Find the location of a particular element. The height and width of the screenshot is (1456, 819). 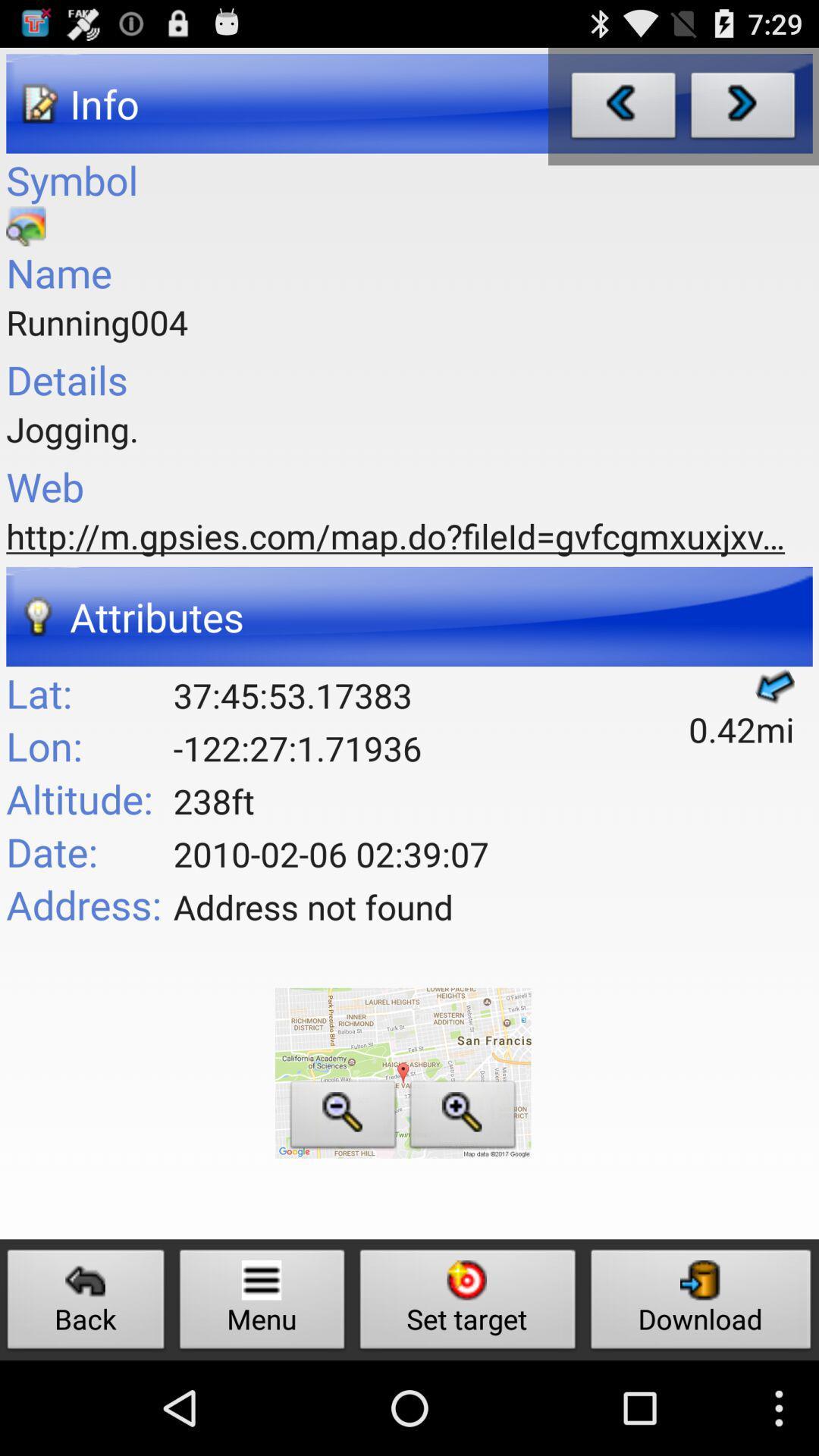

the menu icon is located at coordinates (262, 1303).